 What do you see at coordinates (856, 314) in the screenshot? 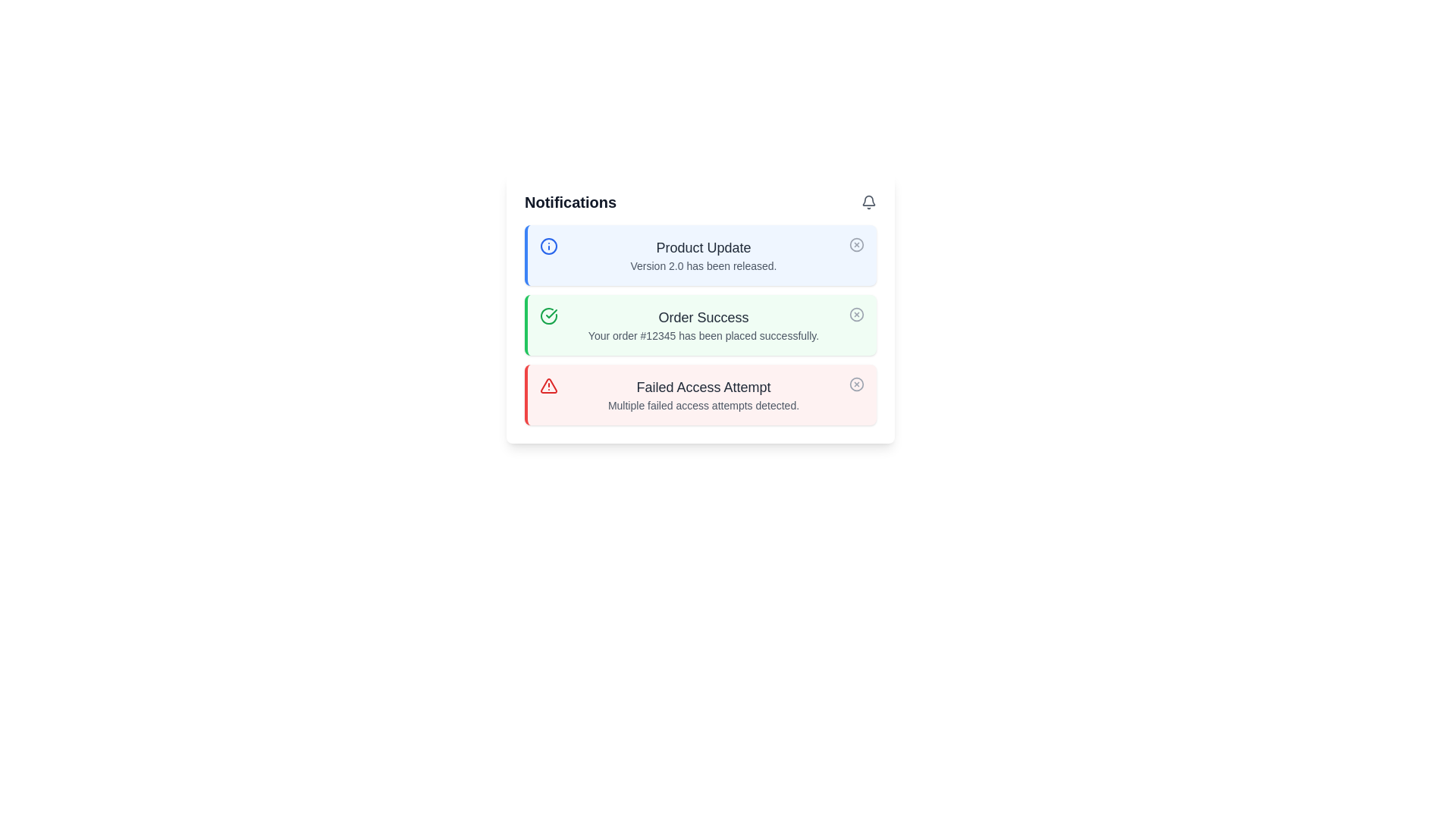
I see `the circular graphical element that is part of the dismiss button in the 'Order Success' notification row by clicking on it` at bounding box center [856, 314].